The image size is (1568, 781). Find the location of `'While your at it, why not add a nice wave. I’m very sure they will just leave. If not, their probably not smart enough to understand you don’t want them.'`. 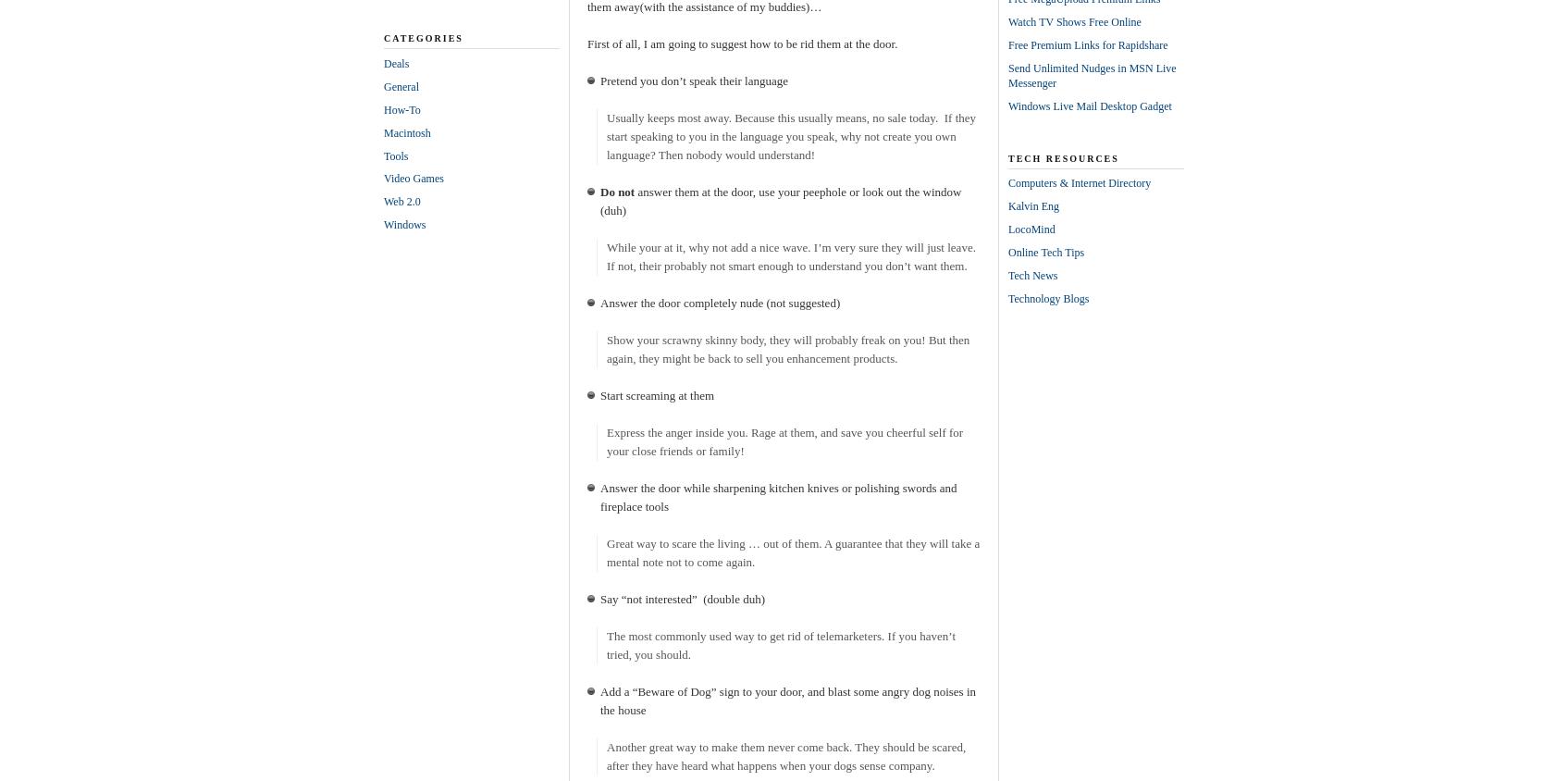

'While your at it, why not add a nice wave. I’m very sure they will just leave. If not, their probably not smart enough to understand you don’t want them.' is located at coordinates (789, 255).